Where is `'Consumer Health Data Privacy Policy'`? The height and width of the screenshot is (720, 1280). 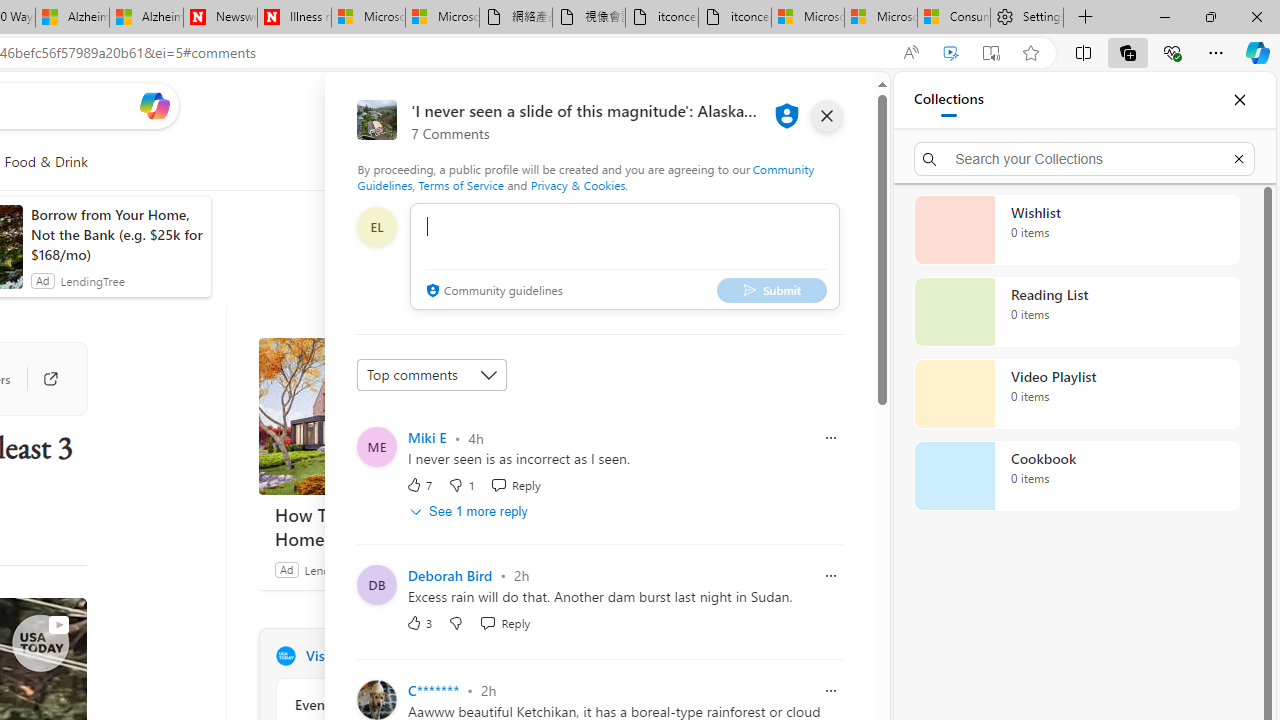 'Consumer Health Data Privacy Policy' is located at coordinates (952, 17).